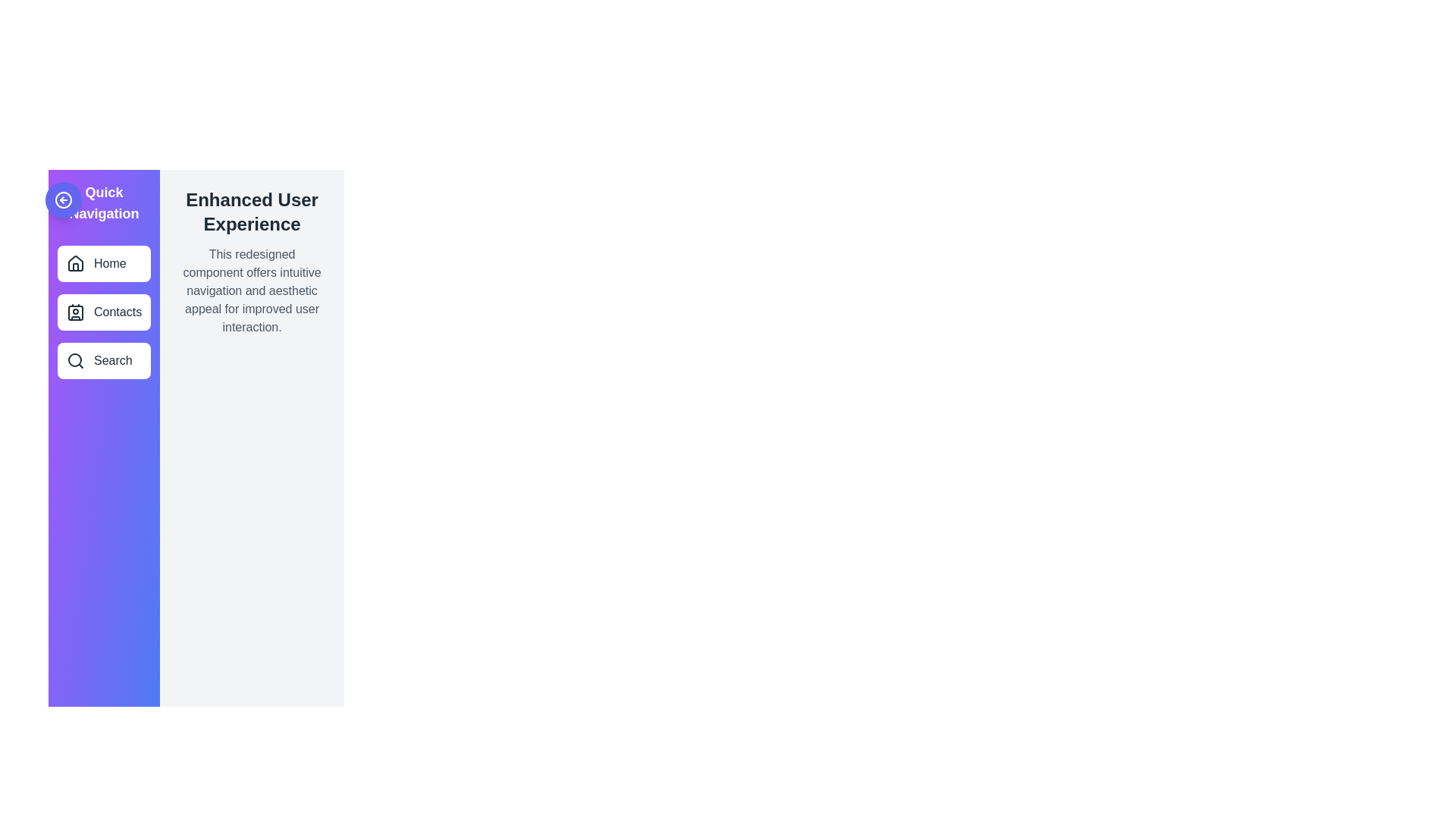 The width and height of the screenshot is (1456, 819). I want to click on the menu item Search from the drawer, so click(103, 360).